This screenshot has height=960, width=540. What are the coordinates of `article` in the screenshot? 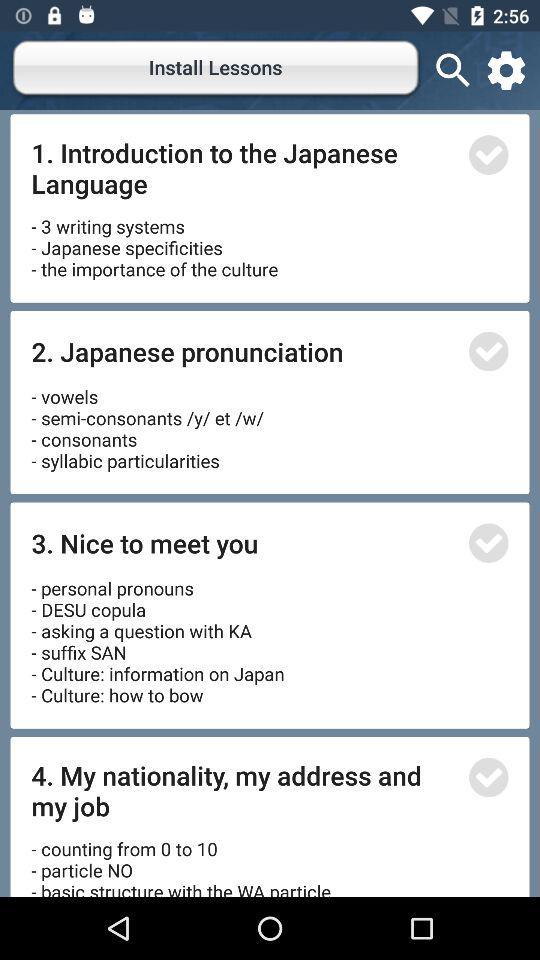 It's located at (487, 543).